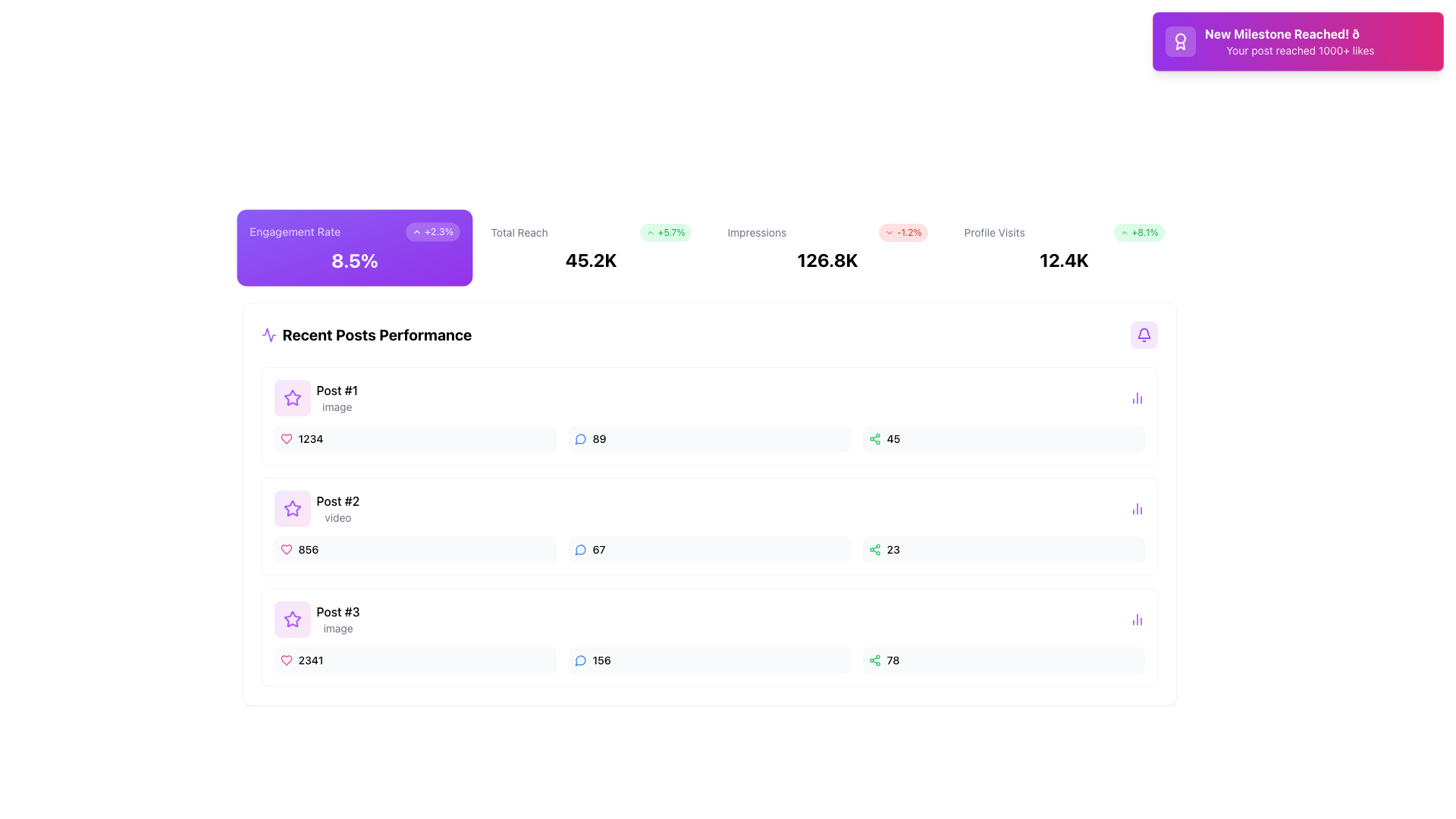 The height and width of the screenshot is (819, 1456). What do you see at coordinates (1298, 40) in the screenshot?
I see `the notification banner displaying 'New Milestone Reached! 🎉 Your post reached 1000+ likes' located at the top-right corner of the interface` at bounding box center [1298, 40].